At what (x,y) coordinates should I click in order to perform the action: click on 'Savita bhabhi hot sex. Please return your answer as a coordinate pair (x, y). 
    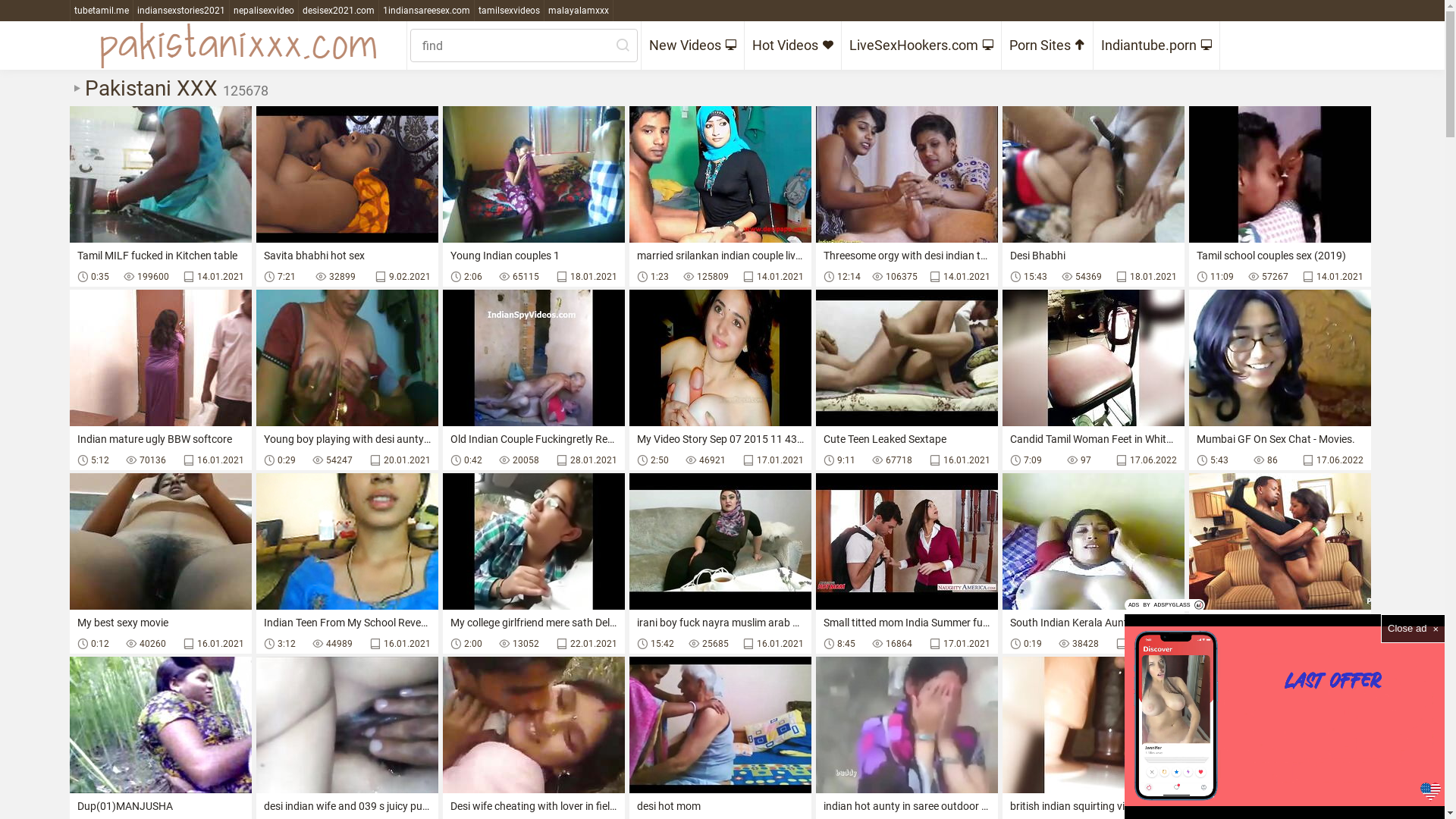
    Looking at the image, I should click on (346, 195).